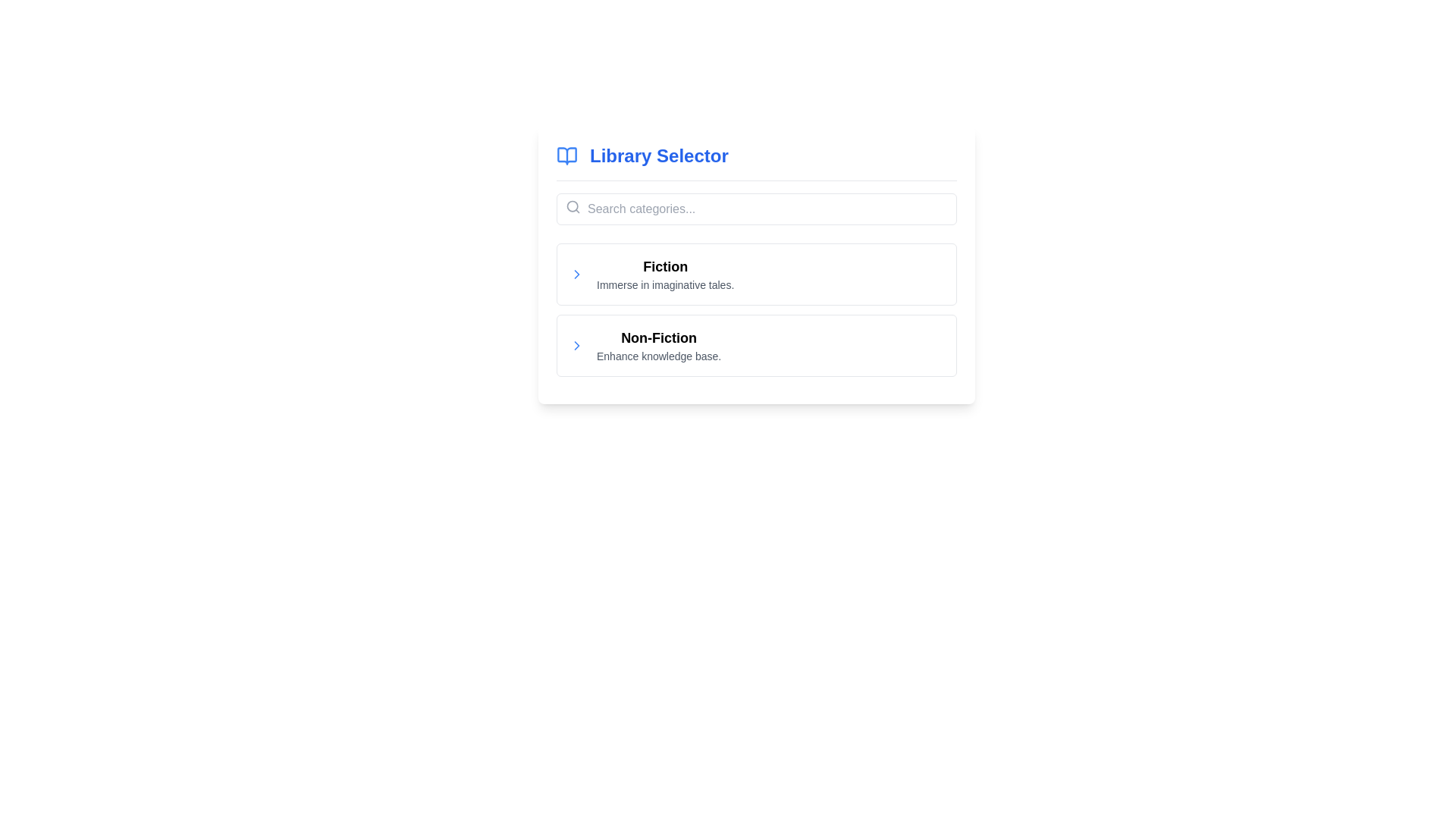  I want to click on the navigational indicator icon for the 'Fiction' category, which is located to the left of the 'Fiction' category text in the list of categories, so click(576, 345).